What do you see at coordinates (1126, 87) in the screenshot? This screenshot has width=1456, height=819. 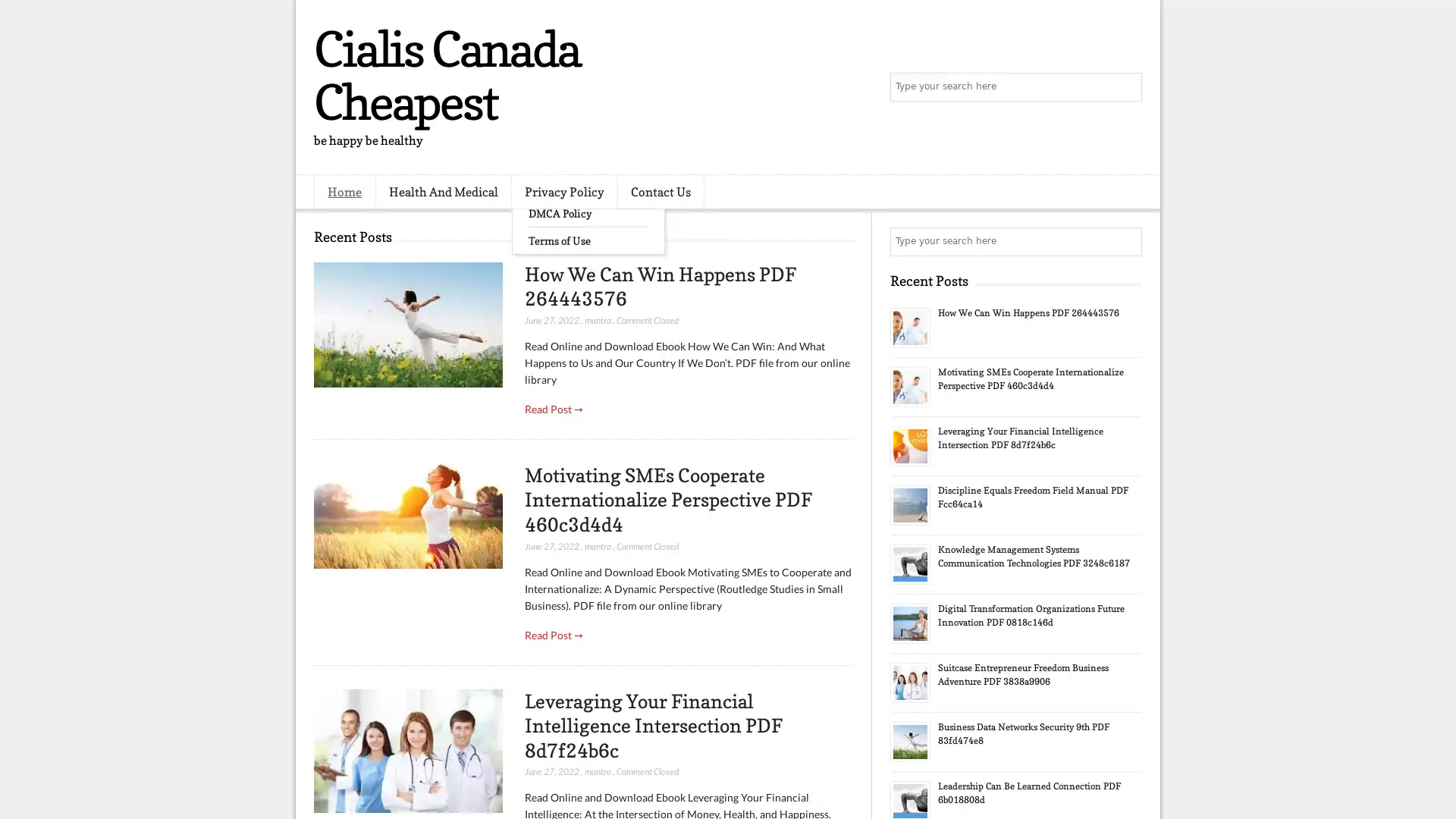 I see `Search` at bounding box center [1126, 87].